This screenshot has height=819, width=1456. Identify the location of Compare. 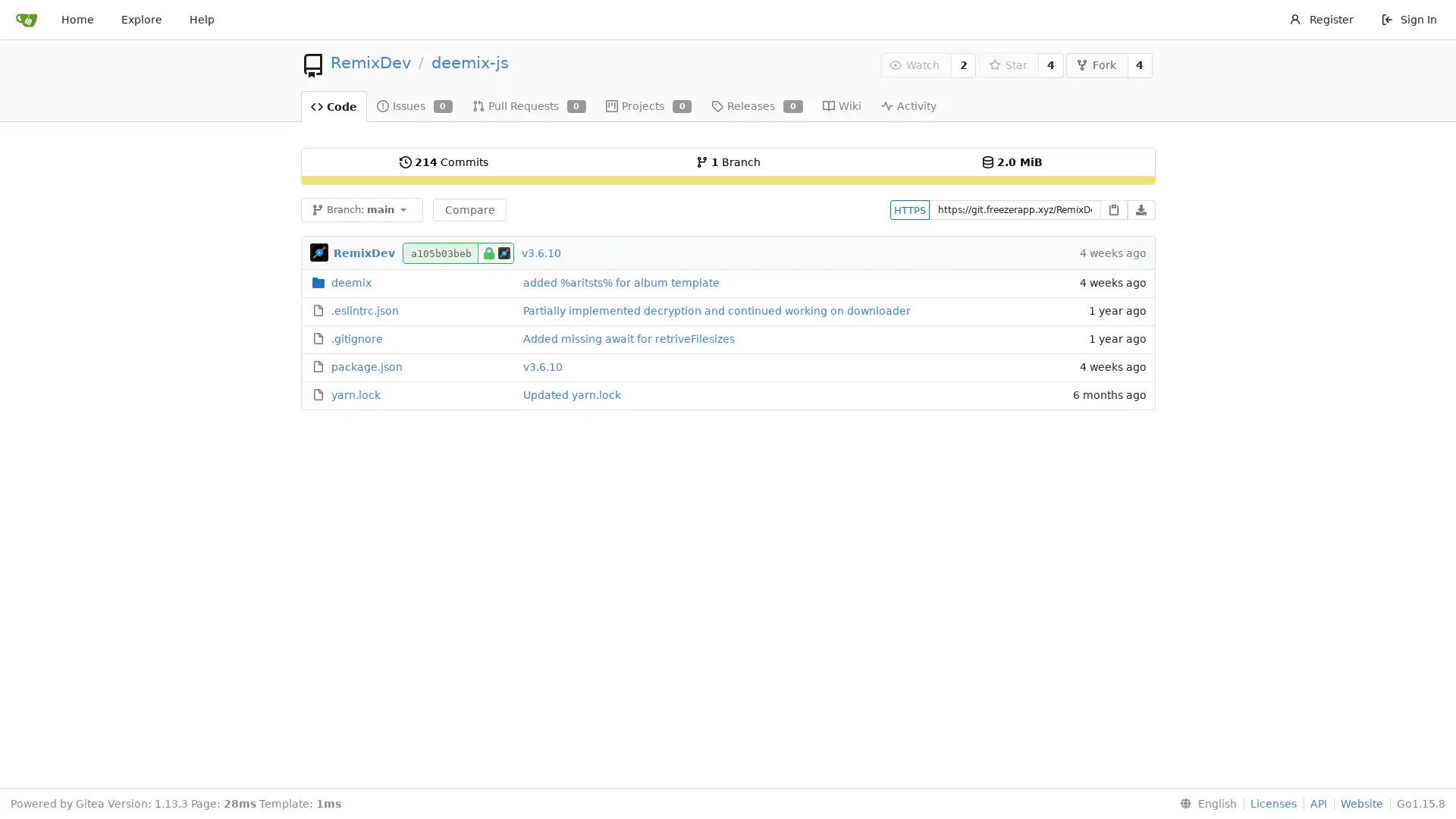
(469, 209).